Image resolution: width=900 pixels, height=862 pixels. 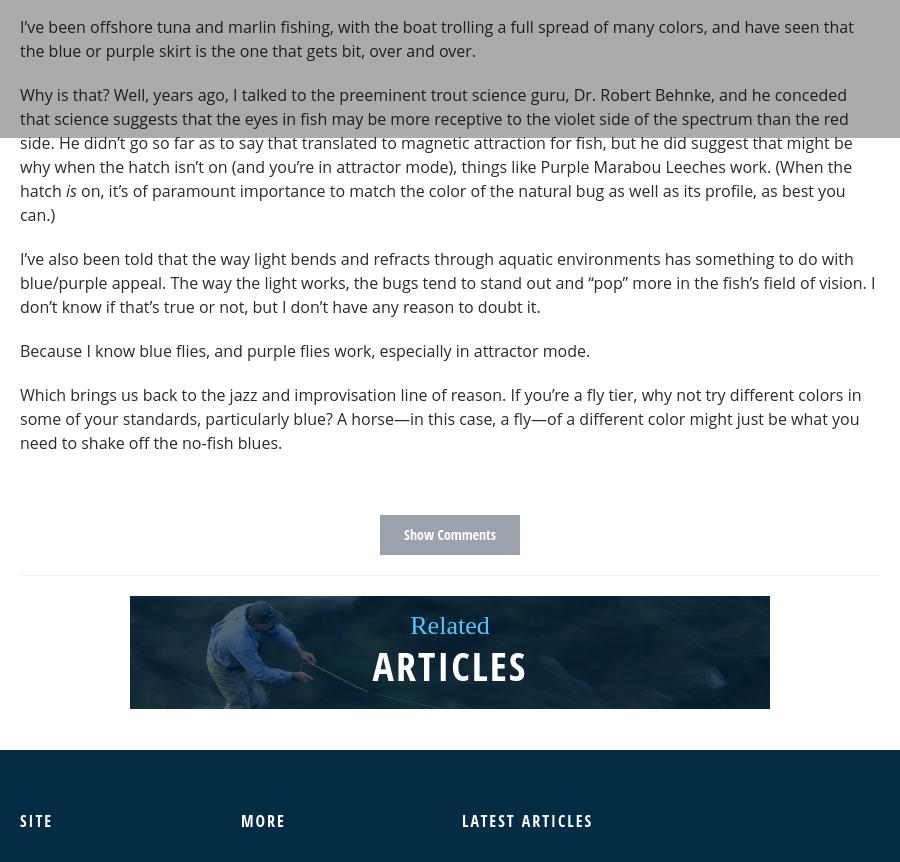 What do you see at coordinates (447, 281) in the screenshot?
I see `'I’ve also been told that the way light bends and refracts through aquatic environments has something to do with blue/purple appeal. The way the light works, the bugs tend to stand out and “pop” more in the fish’s field of vision. I don’t know if that’s true or not, but I don’t have any reason to doubt it.'` at bounding box center [447, 281].